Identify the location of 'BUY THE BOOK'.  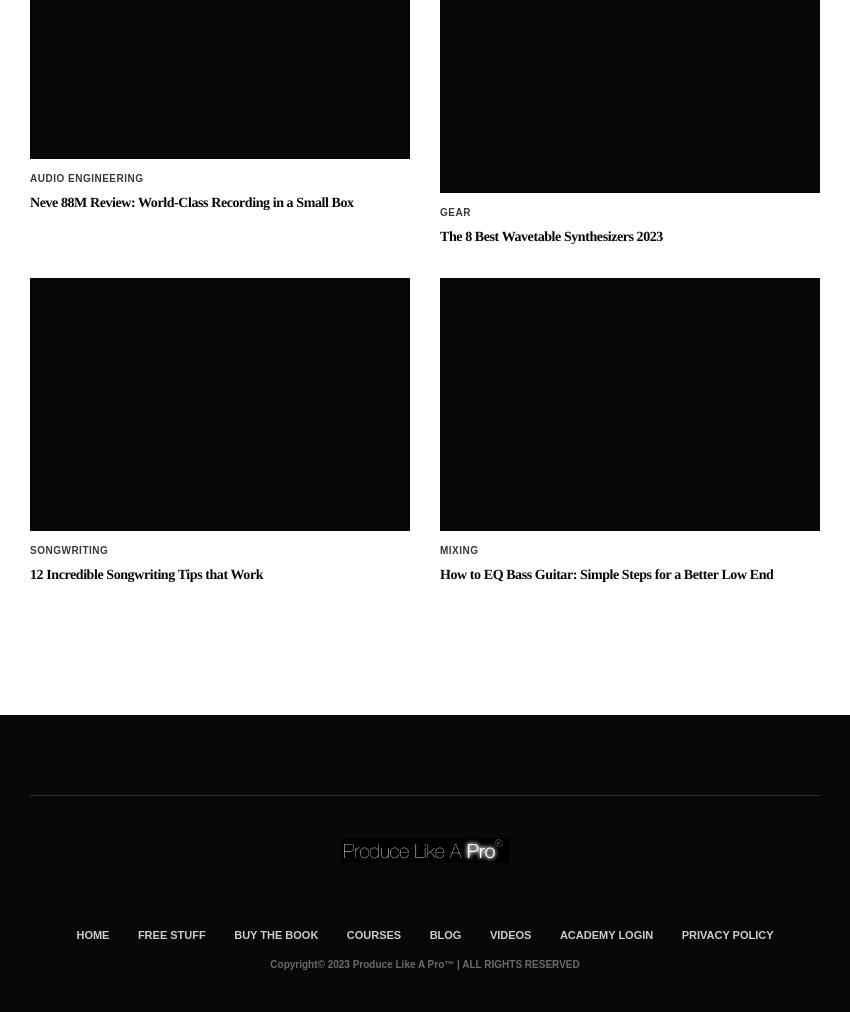
(274, 772).